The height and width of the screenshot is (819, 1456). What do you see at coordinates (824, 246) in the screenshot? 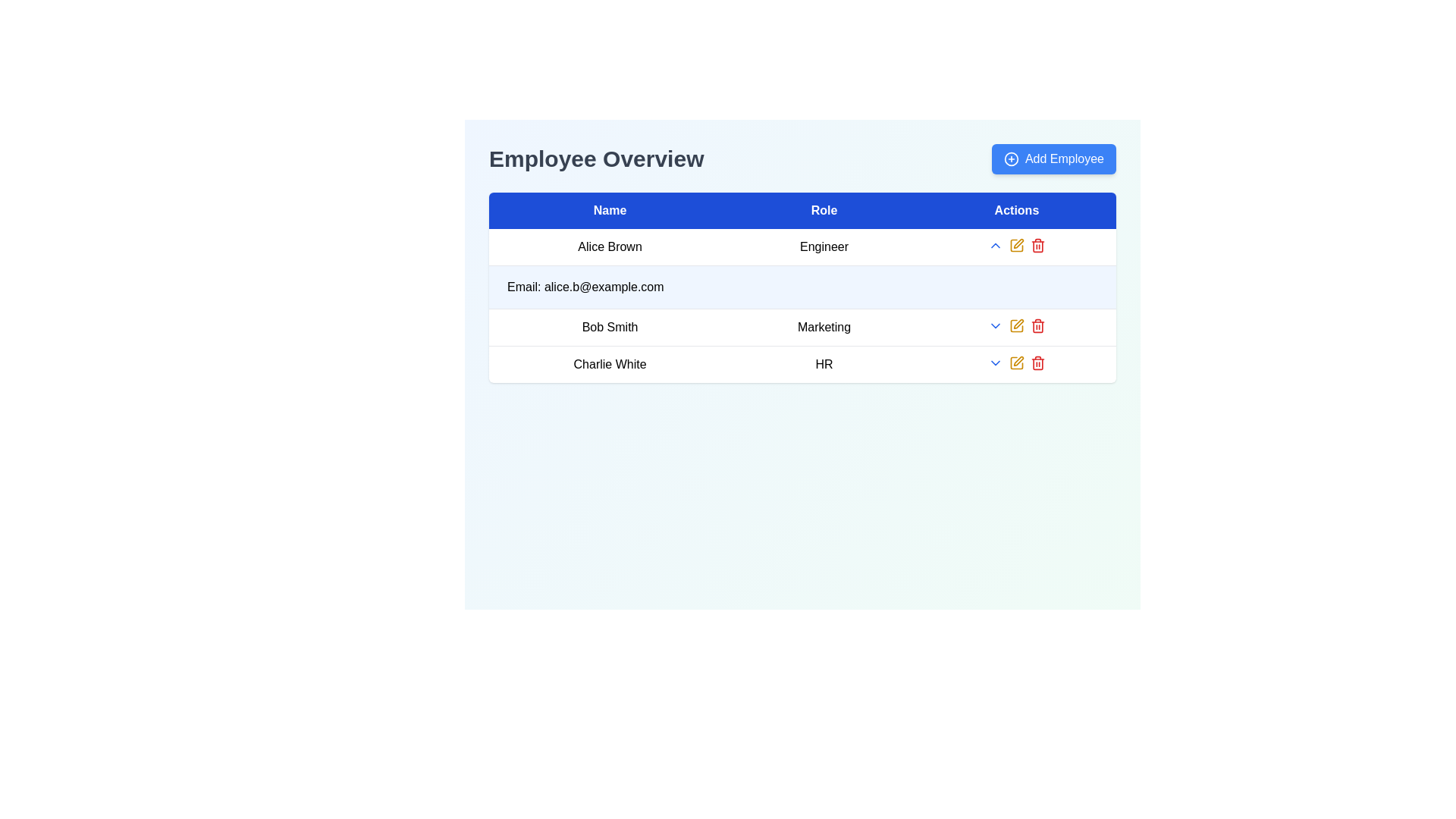
I see `the text label displaying 'Engineer' in the Role column, positioned in the table row associated with 'Alice Brown'` at bounding box center [824, 246].